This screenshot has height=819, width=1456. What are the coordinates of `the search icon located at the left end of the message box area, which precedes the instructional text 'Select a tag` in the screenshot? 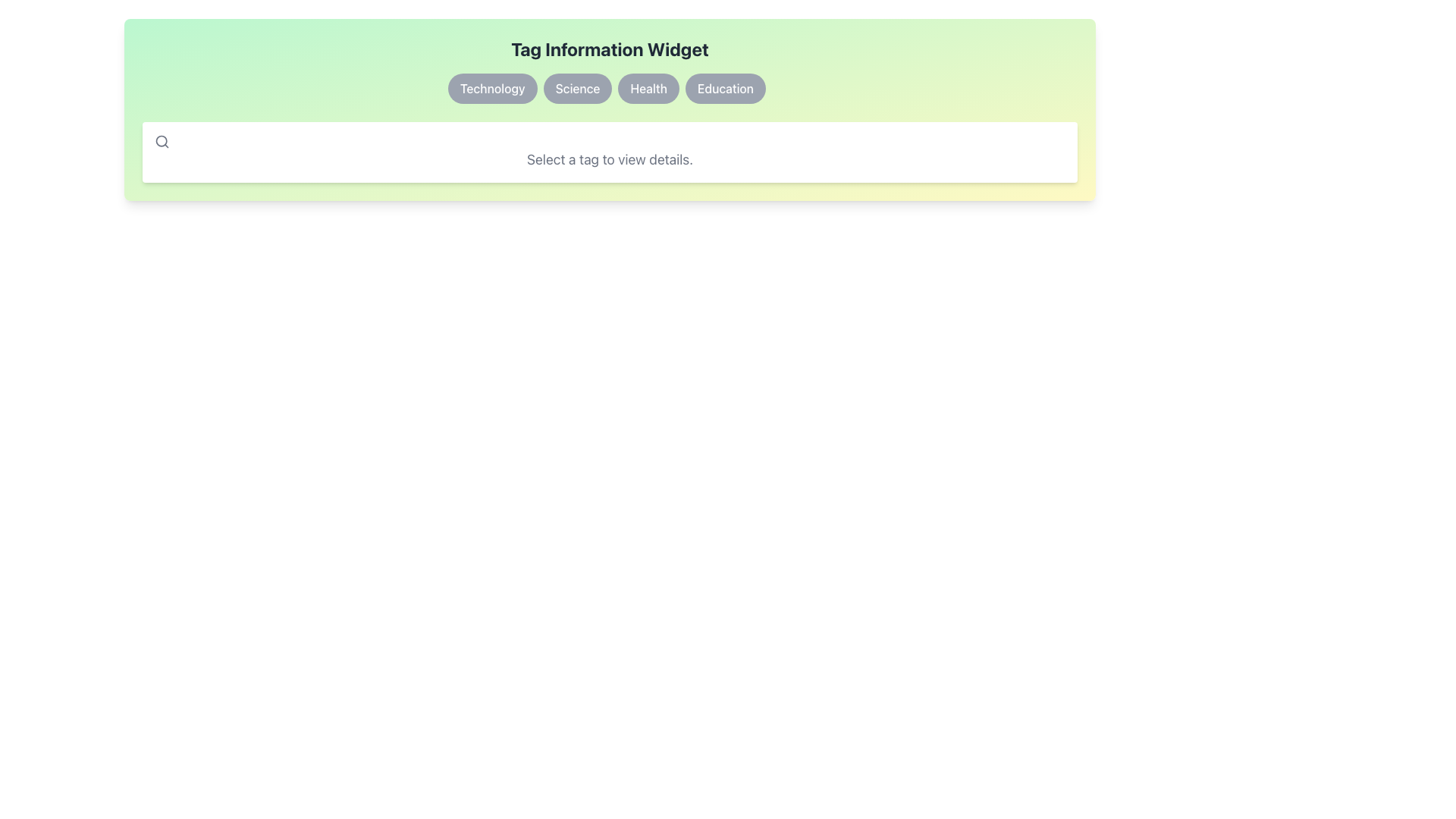 It's located at (162, 141).